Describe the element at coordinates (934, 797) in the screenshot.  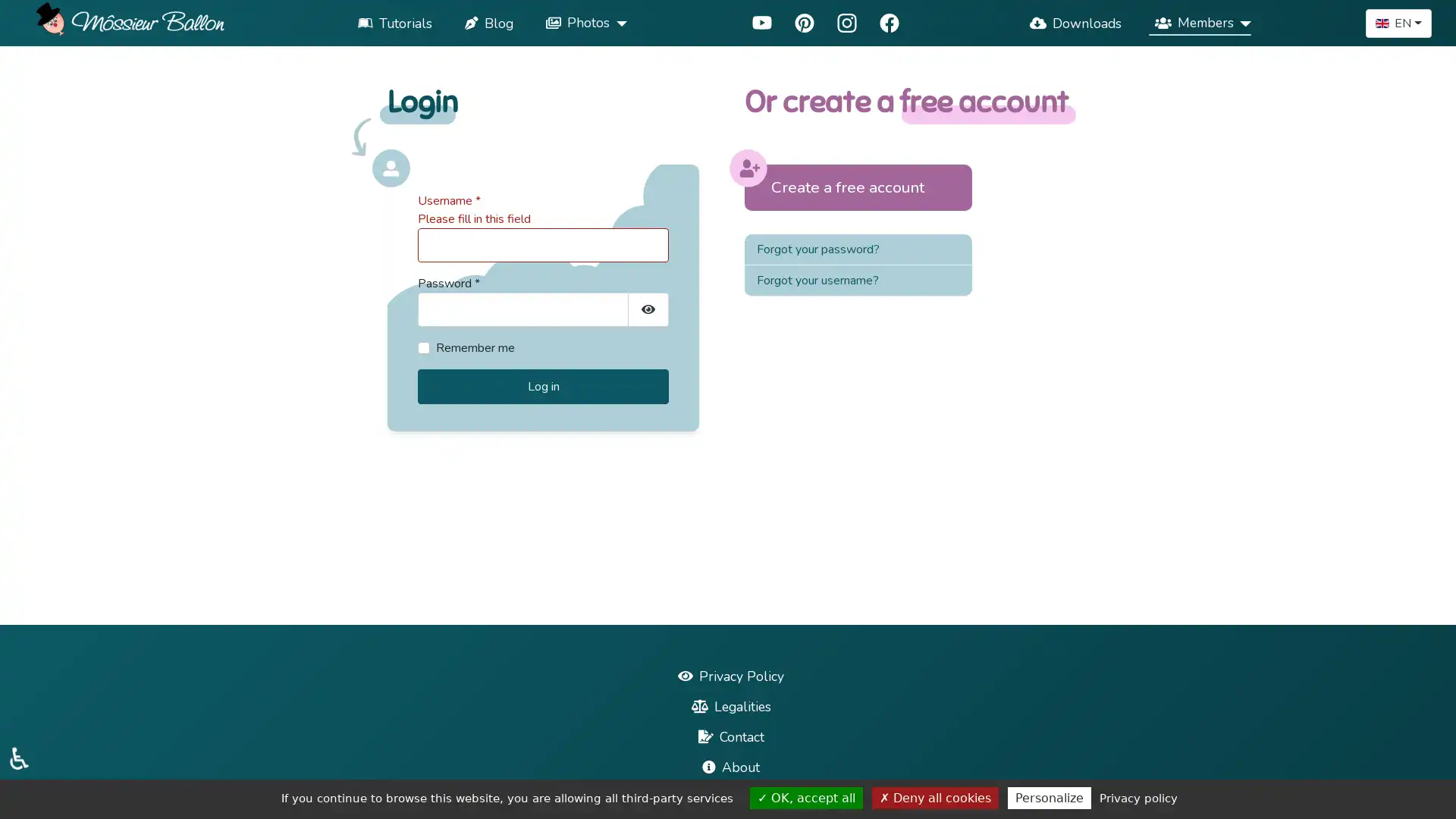
I see `Deny all cookies` at that location.